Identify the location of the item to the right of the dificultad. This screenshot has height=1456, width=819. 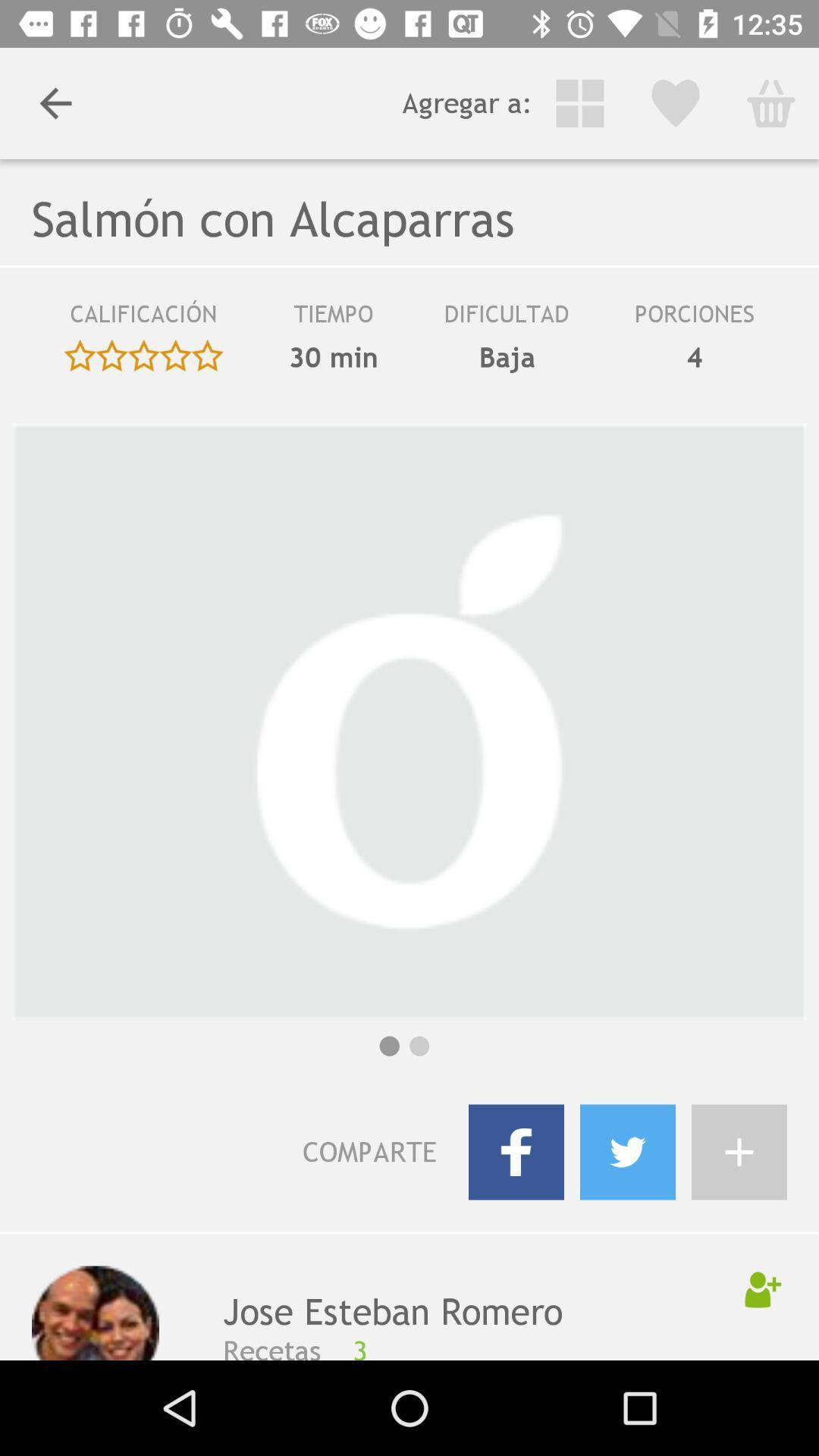
(695, 356).